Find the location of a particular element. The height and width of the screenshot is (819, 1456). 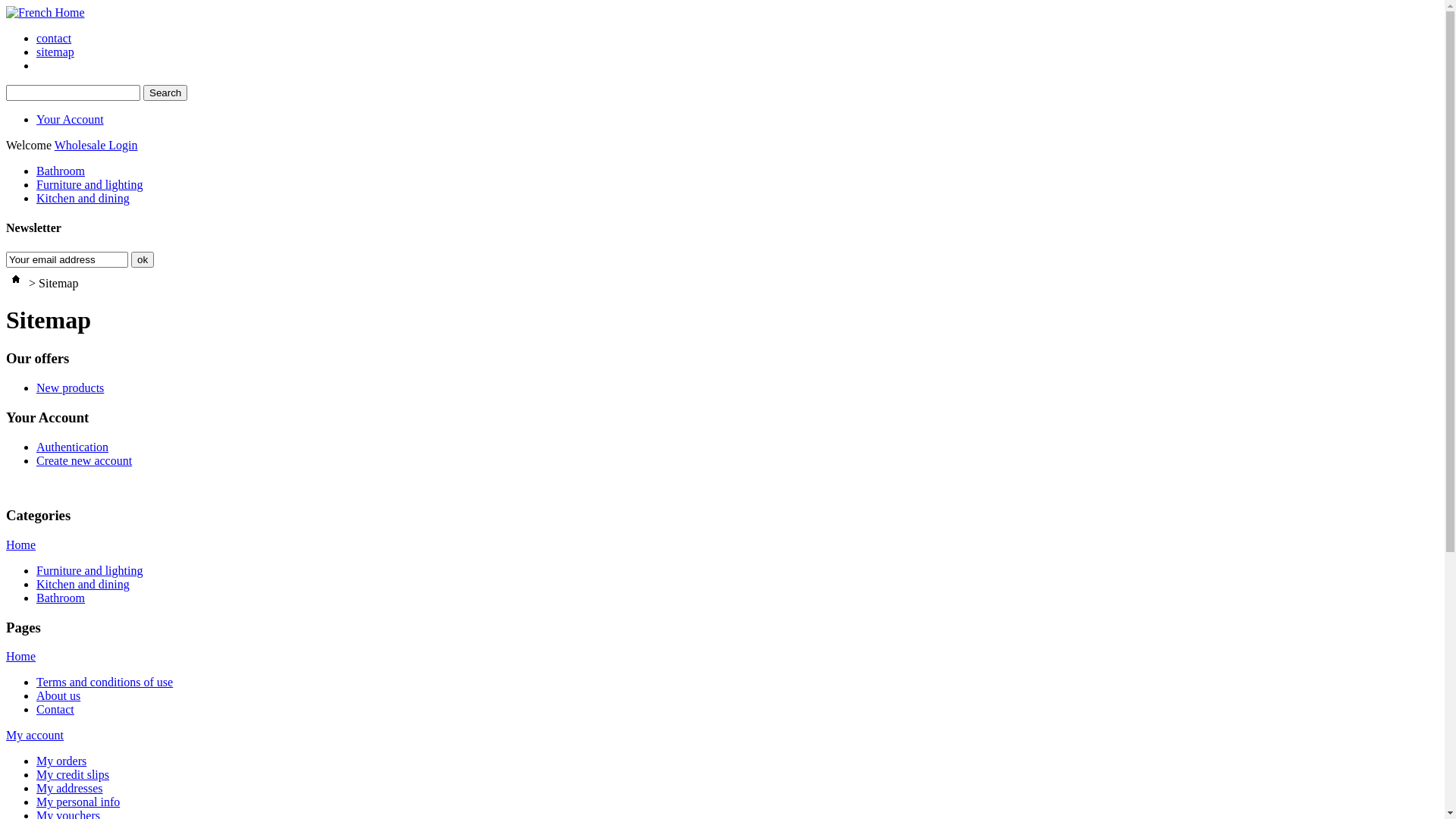

'New products' is located at coordinates (69, 387).